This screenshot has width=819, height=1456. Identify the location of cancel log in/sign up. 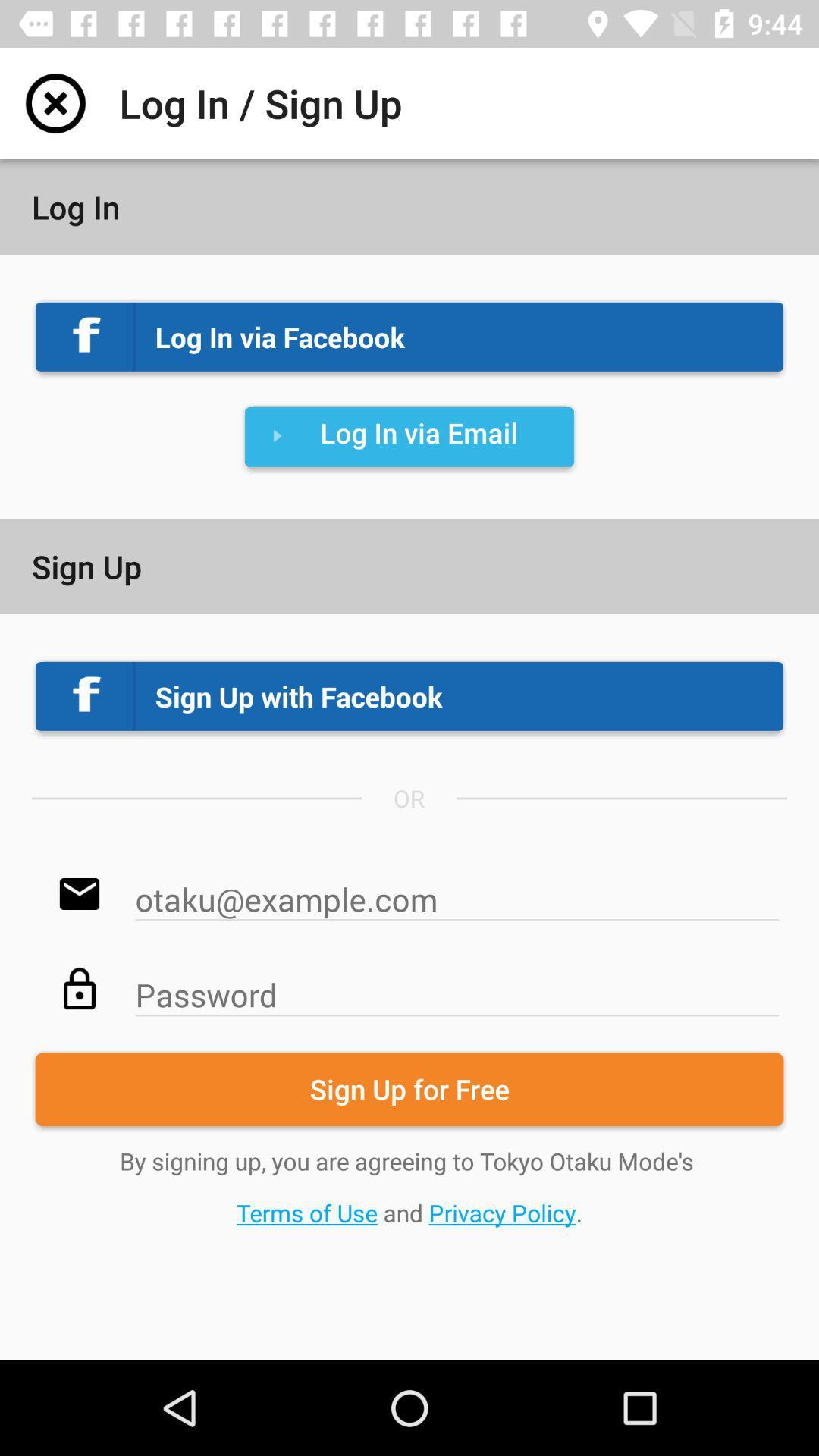
(55, 102).